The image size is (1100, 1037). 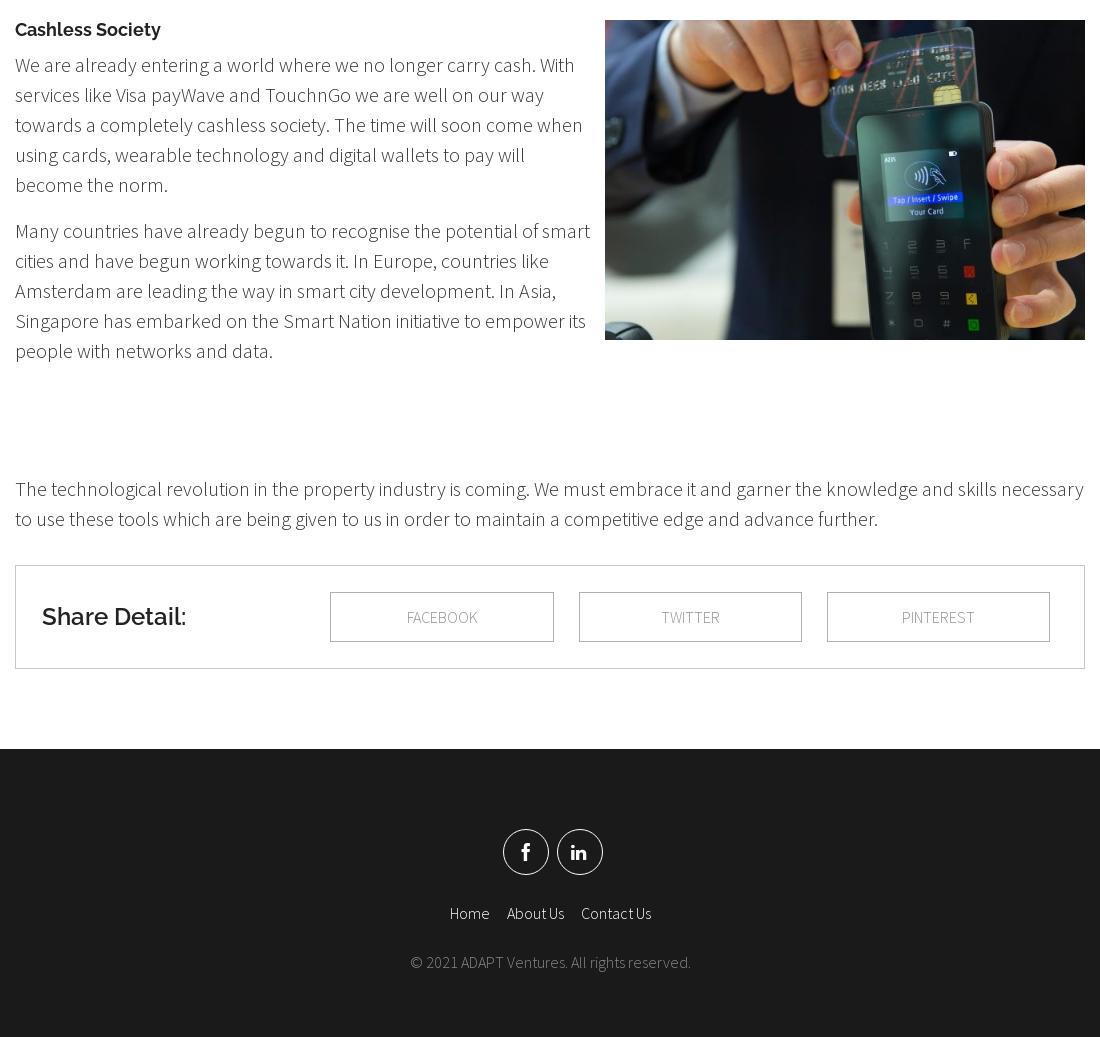 What do you see at coordinates (579, 912) in the screenshot?
I see `'Contact Us'` at bounding box center [579, 912].